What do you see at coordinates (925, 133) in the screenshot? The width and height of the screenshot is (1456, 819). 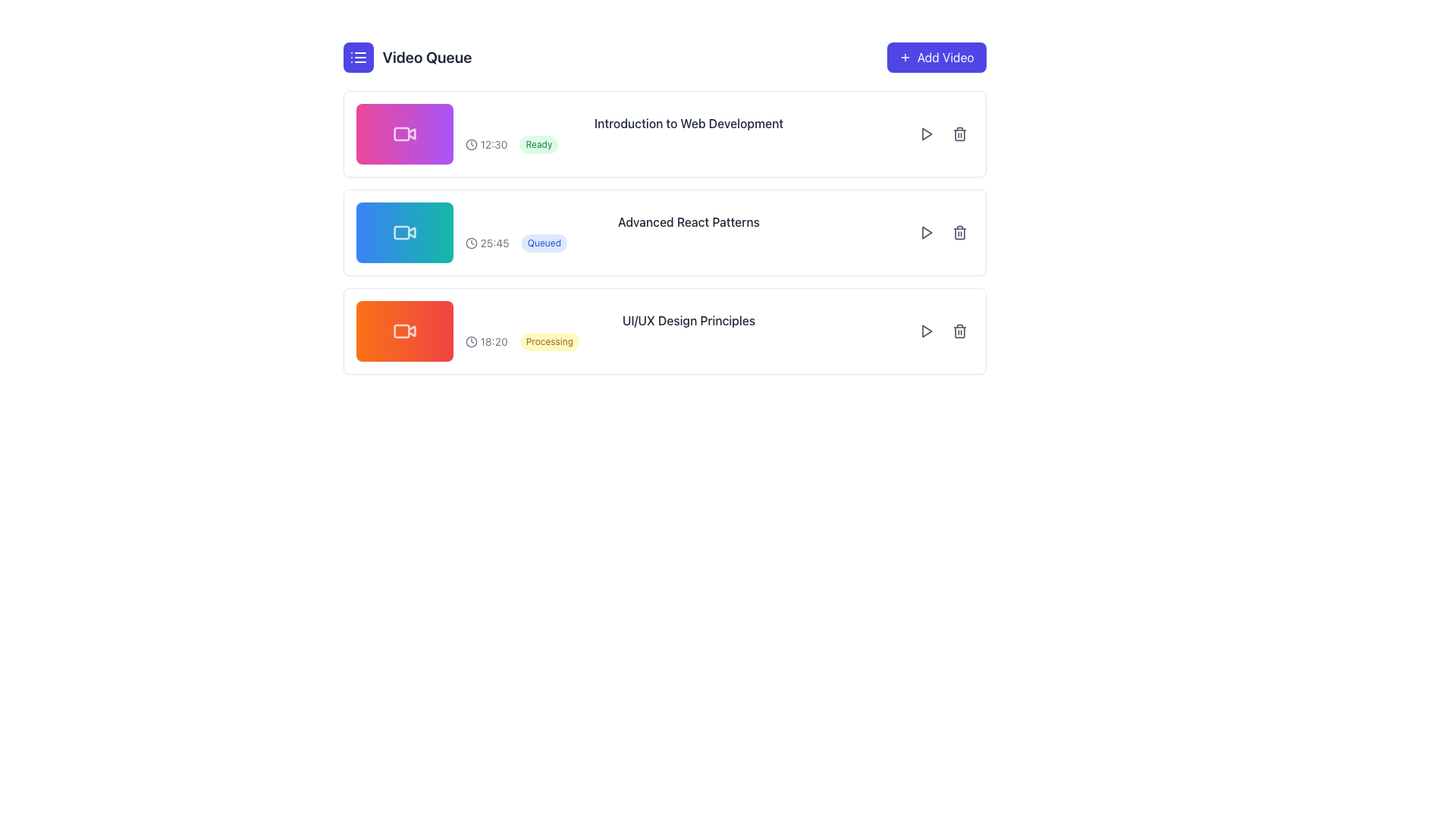 I see `the first button in the row of action icons` at bounding box center [925, 133].